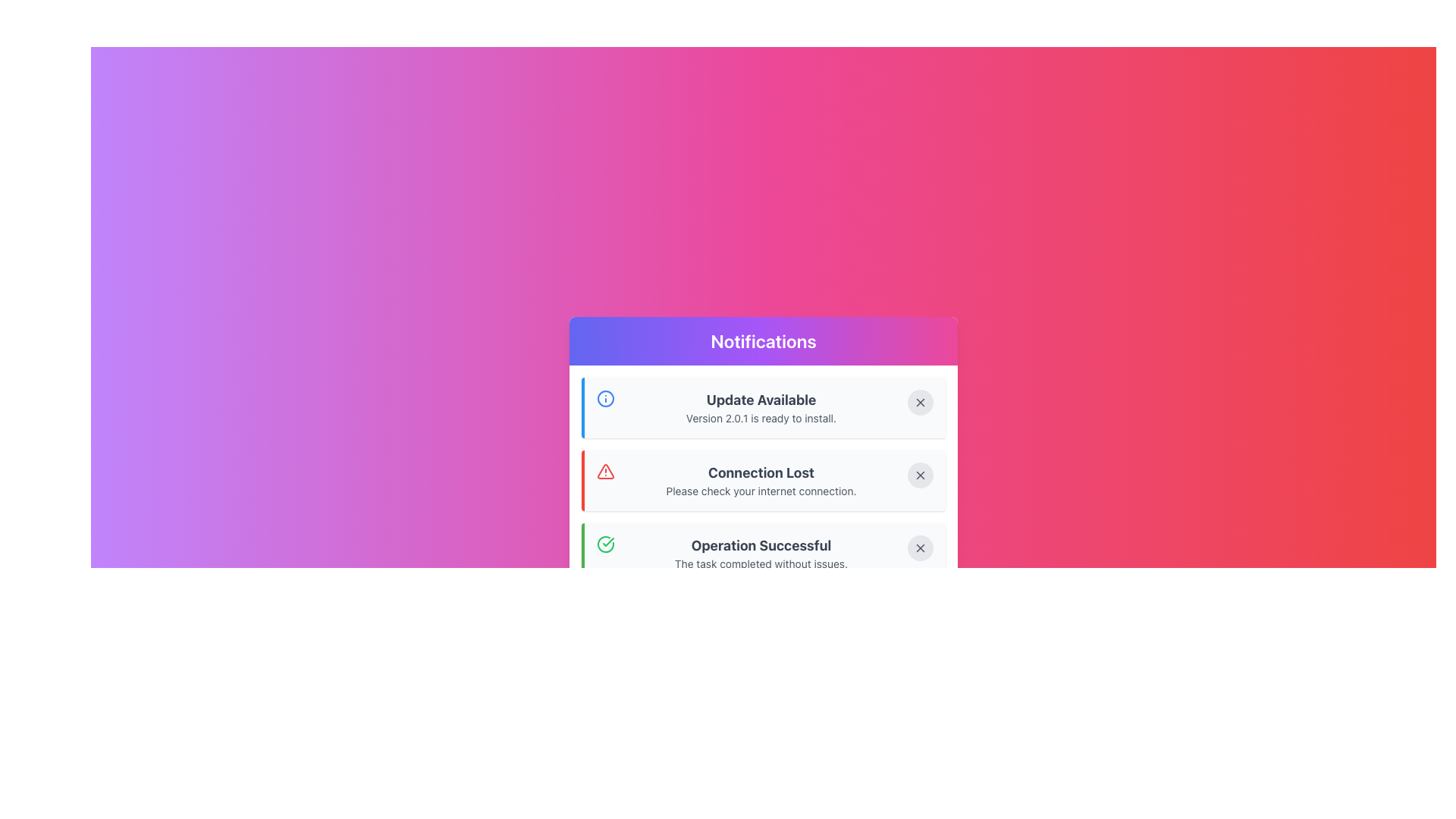 The image size is (1456, 819). What do you see at coordinates (761, 472) in the screenshot?
I see `text displayed in bold as 'Connection Lost', which is prominently shown in the second notification card of the modal, positioned between 'Update Available' and 'Operation Successful' notifications` at bounding box center [761, 472].